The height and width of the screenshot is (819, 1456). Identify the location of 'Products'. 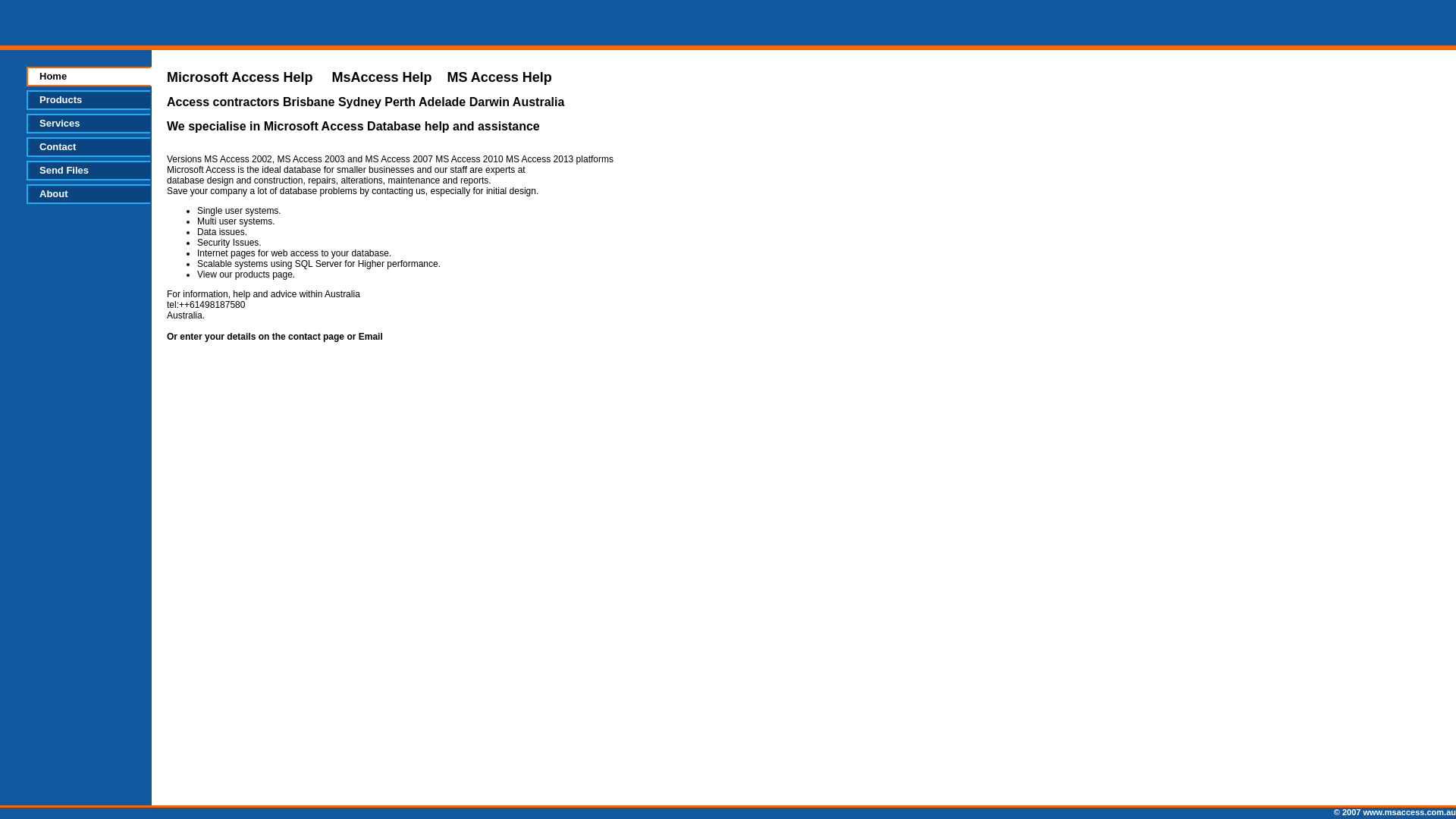
(87, 99).